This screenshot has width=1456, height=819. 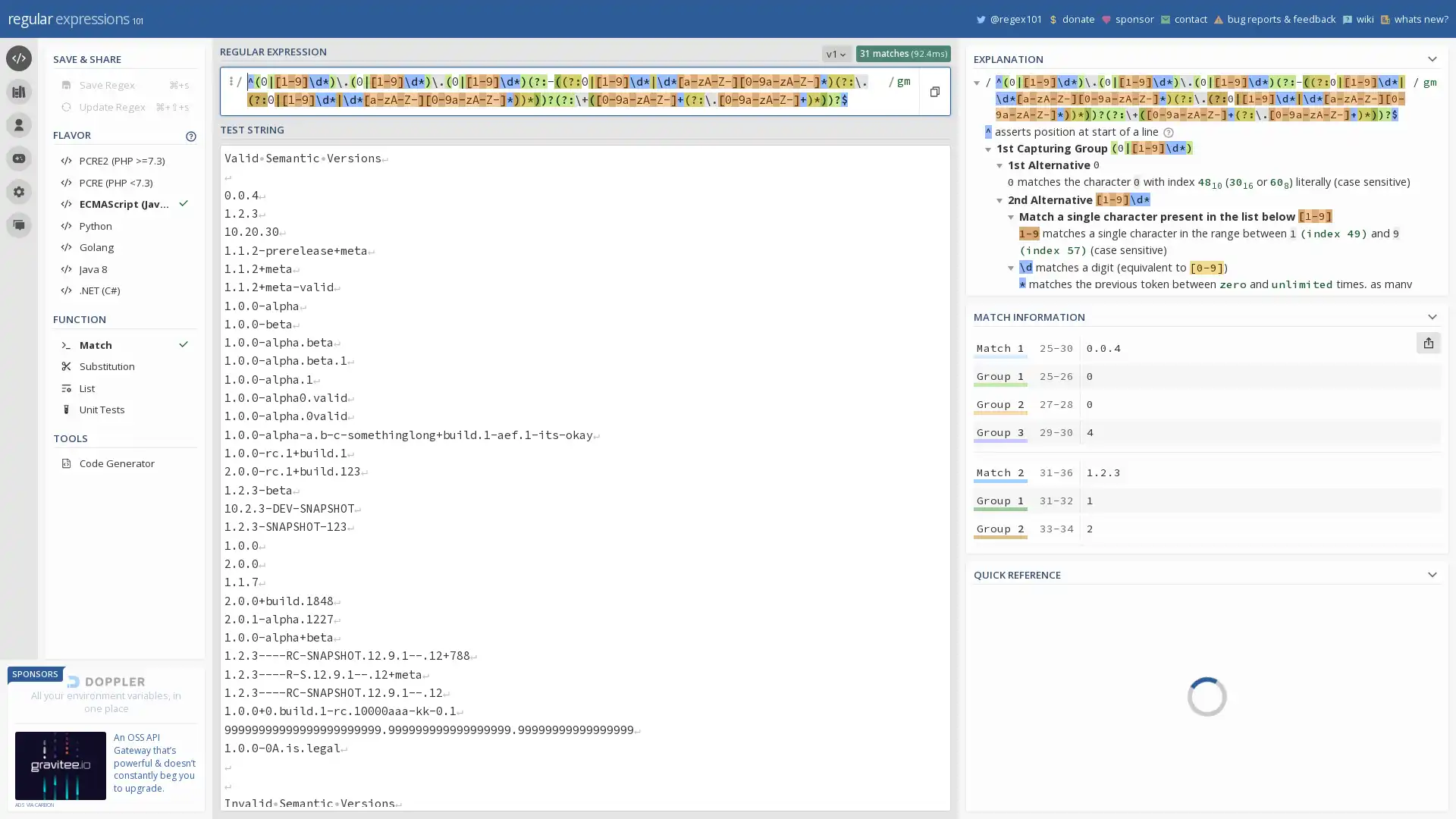 I want to click on Save Regex +s, so click(x=124, y=84).